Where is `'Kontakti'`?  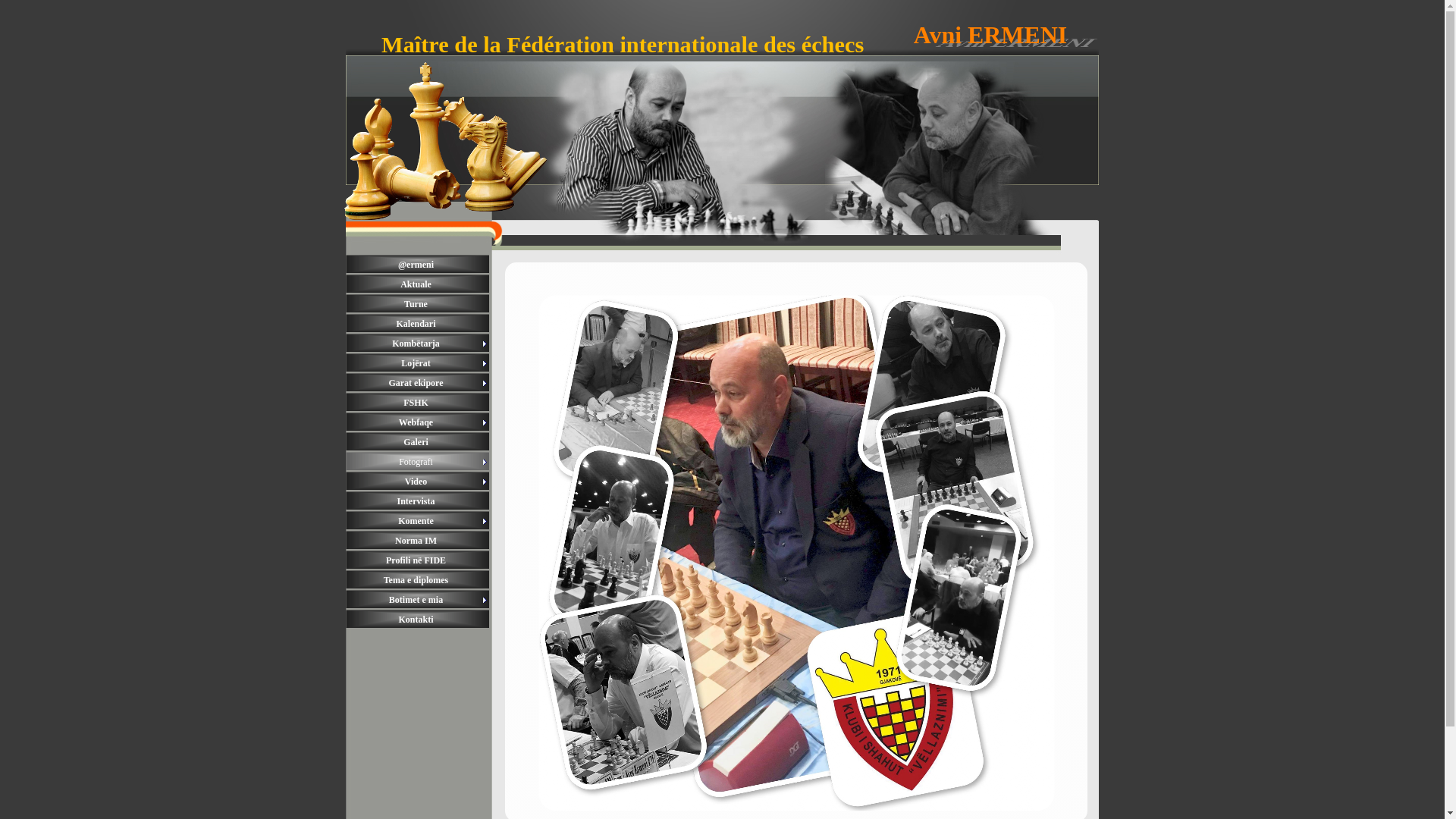 'Kontakti' is located at coordinates (418, 620).